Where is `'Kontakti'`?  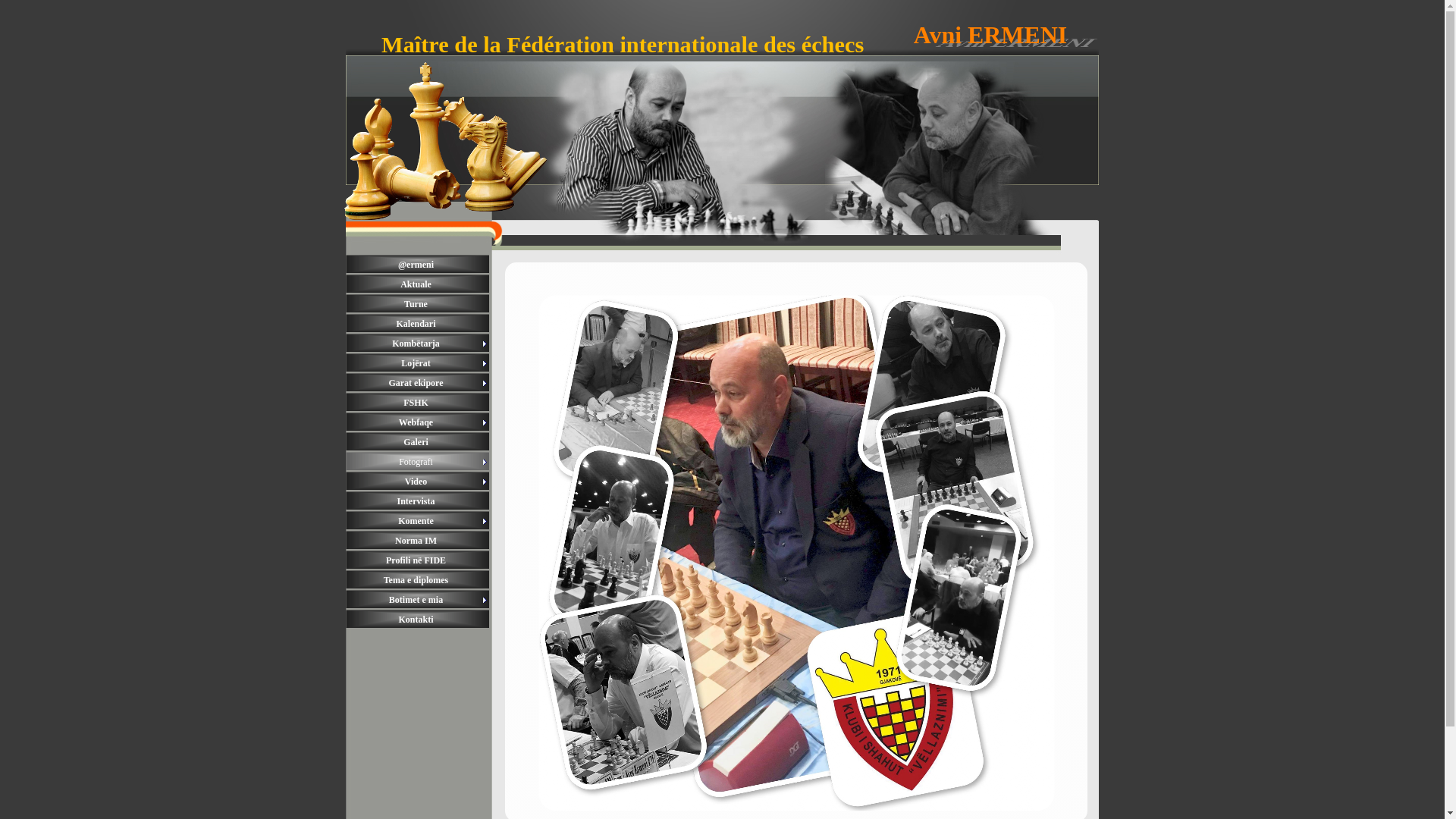 'Kontakti' is located at coordinates (418, 620).